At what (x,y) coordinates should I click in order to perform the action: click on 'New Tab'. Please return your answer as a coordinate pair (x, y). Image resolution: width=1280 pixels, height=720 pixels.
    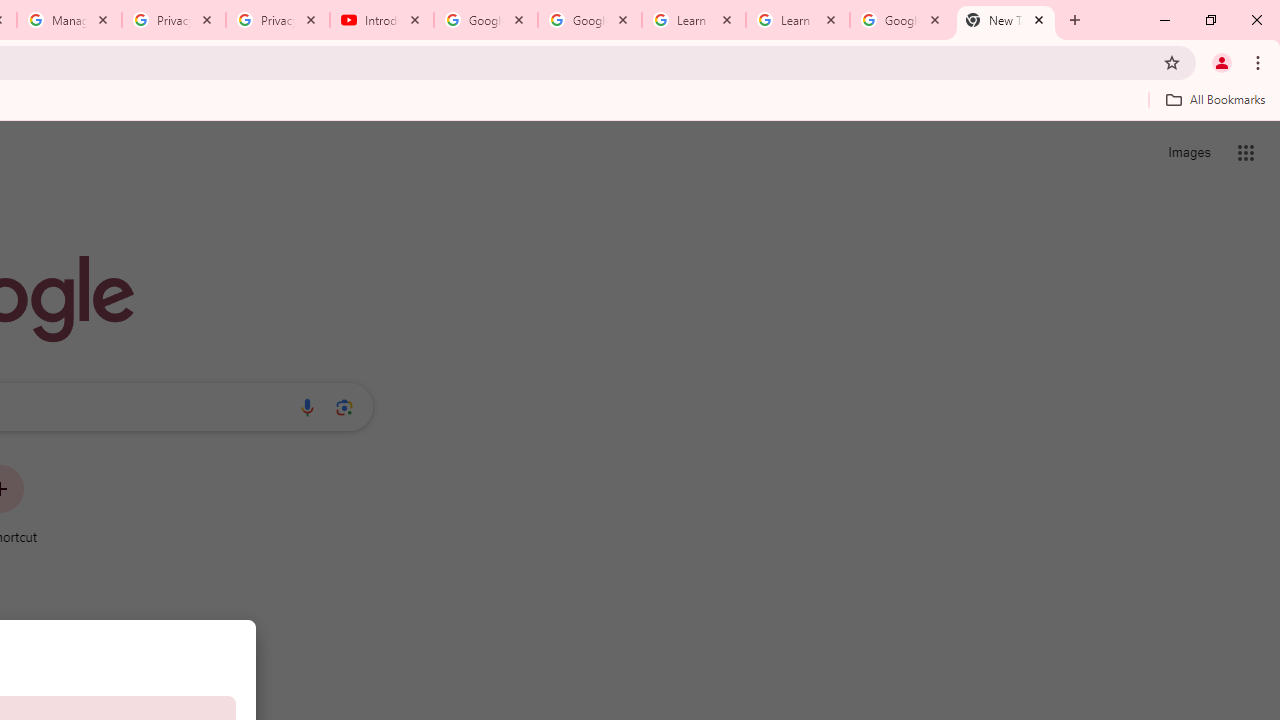
    Looking at the image, I should click on (1006, 20).